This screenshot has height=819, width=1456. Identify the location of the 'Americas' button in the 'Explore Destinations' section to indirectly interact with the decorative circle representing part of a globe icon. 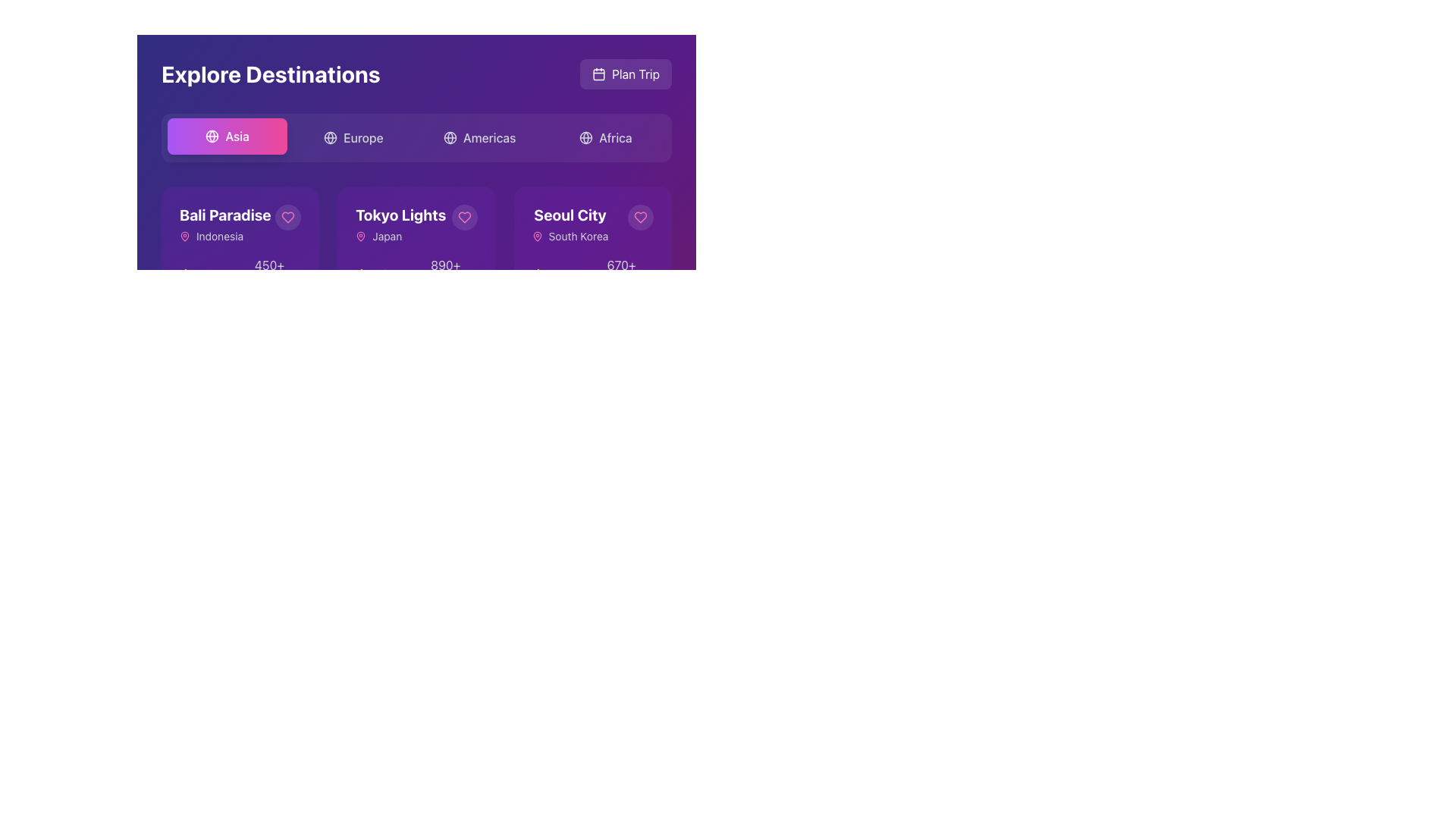
(449, 137).